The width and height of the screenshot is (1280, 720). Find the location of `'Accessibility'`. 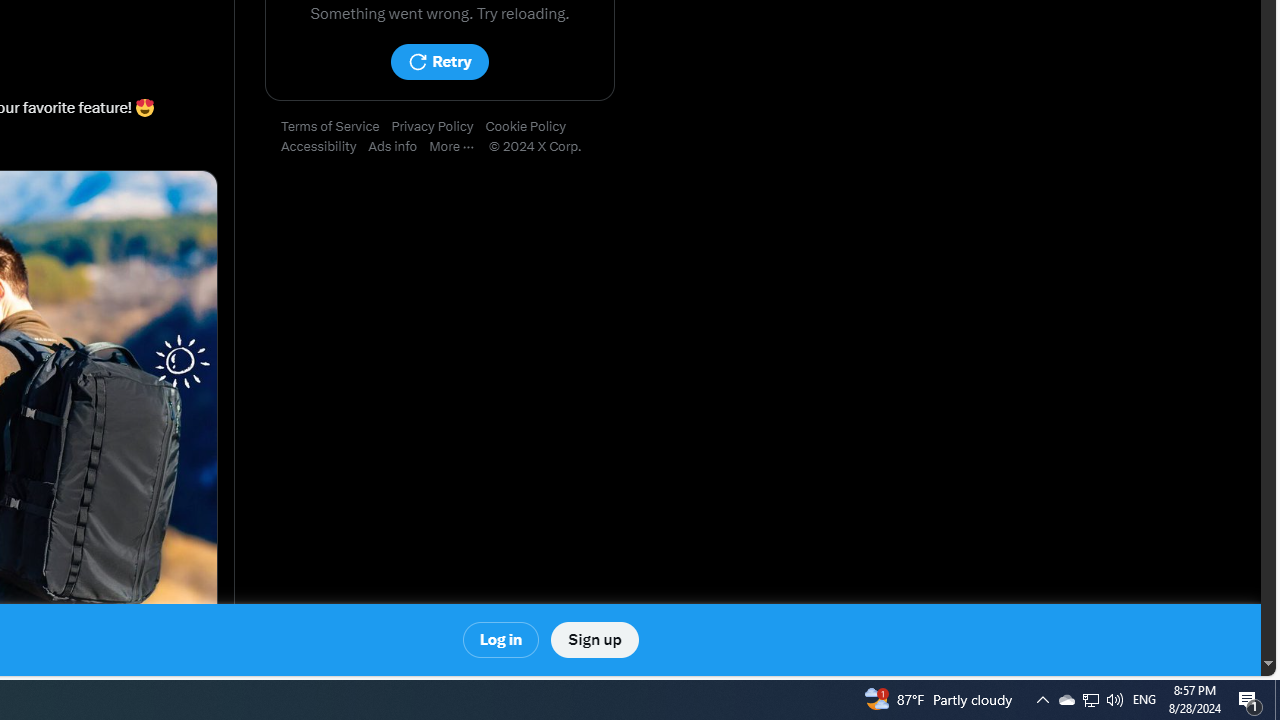

'Accessibility' is located at coordinates (325, 146).